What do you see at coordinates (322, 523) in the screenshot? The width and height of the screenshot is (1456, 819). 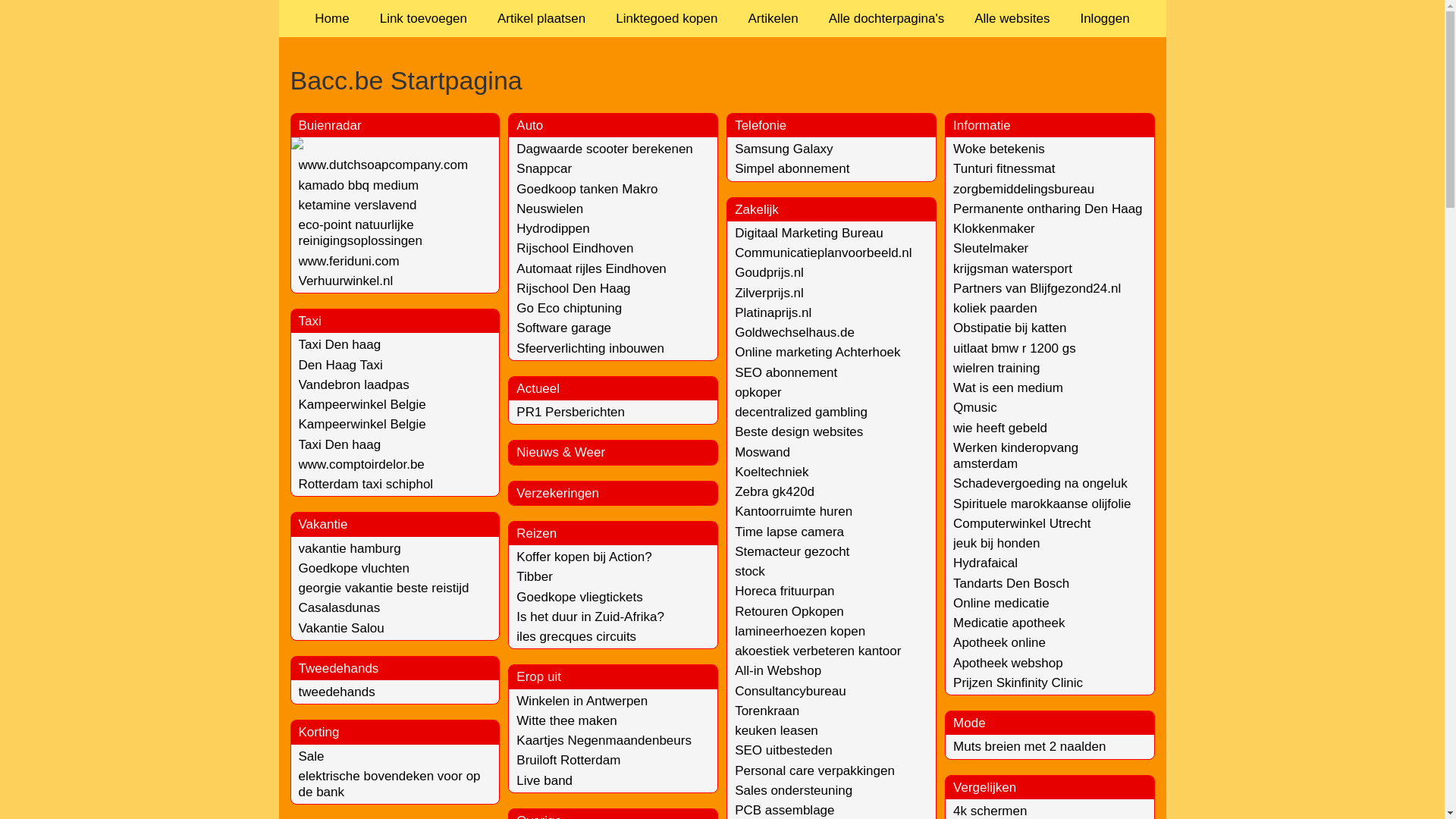 I see `'Vakantie'` at bounding box center [322, 523].